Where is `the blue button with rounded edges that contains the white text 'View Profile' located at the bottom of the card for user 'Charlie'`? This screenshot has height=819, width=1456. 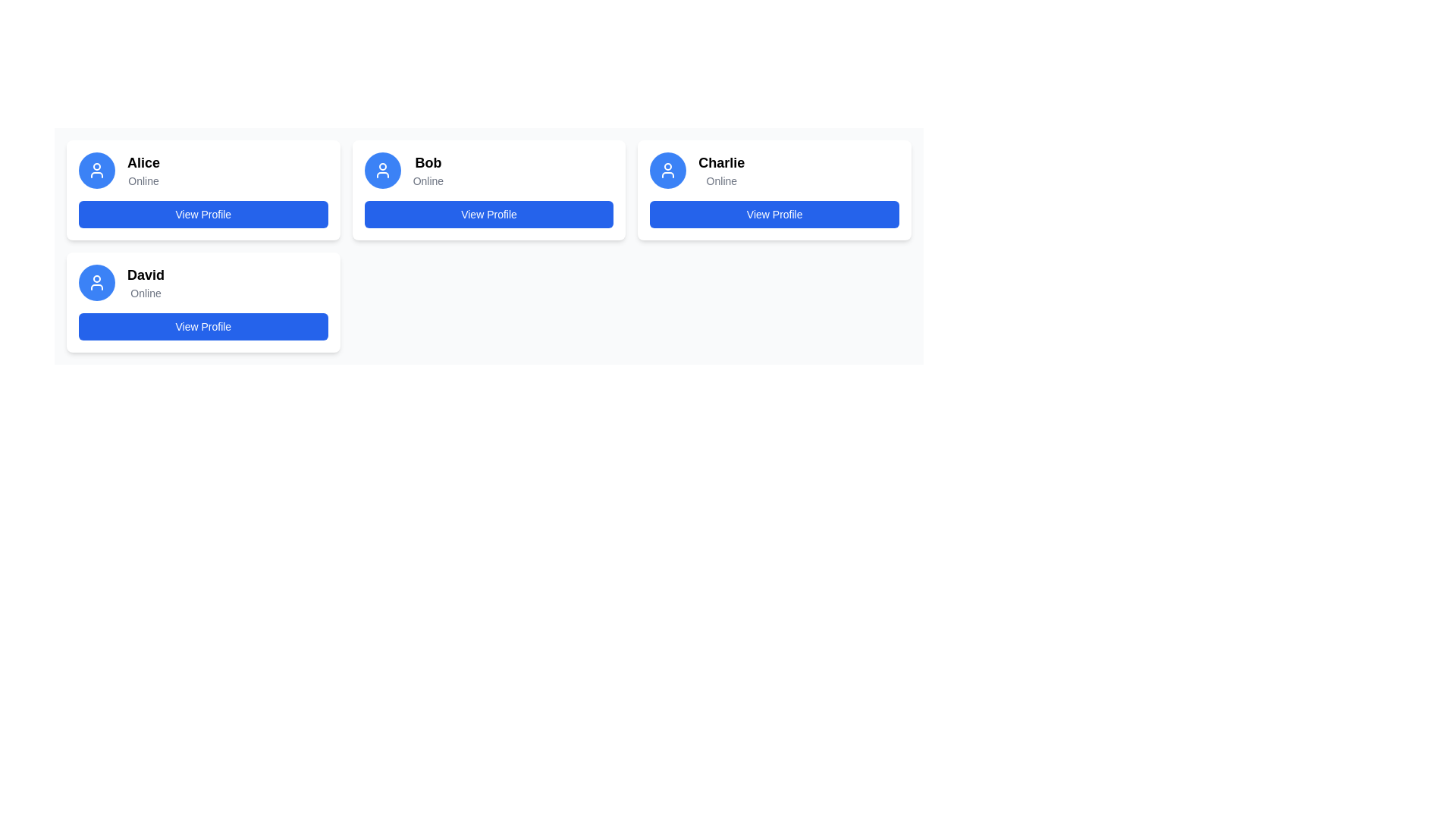 the blue button with rounded edges that contains the white text 'View Profile' located at the bottom of the card for user 'Charlie' is located at coordinates (774, 214).